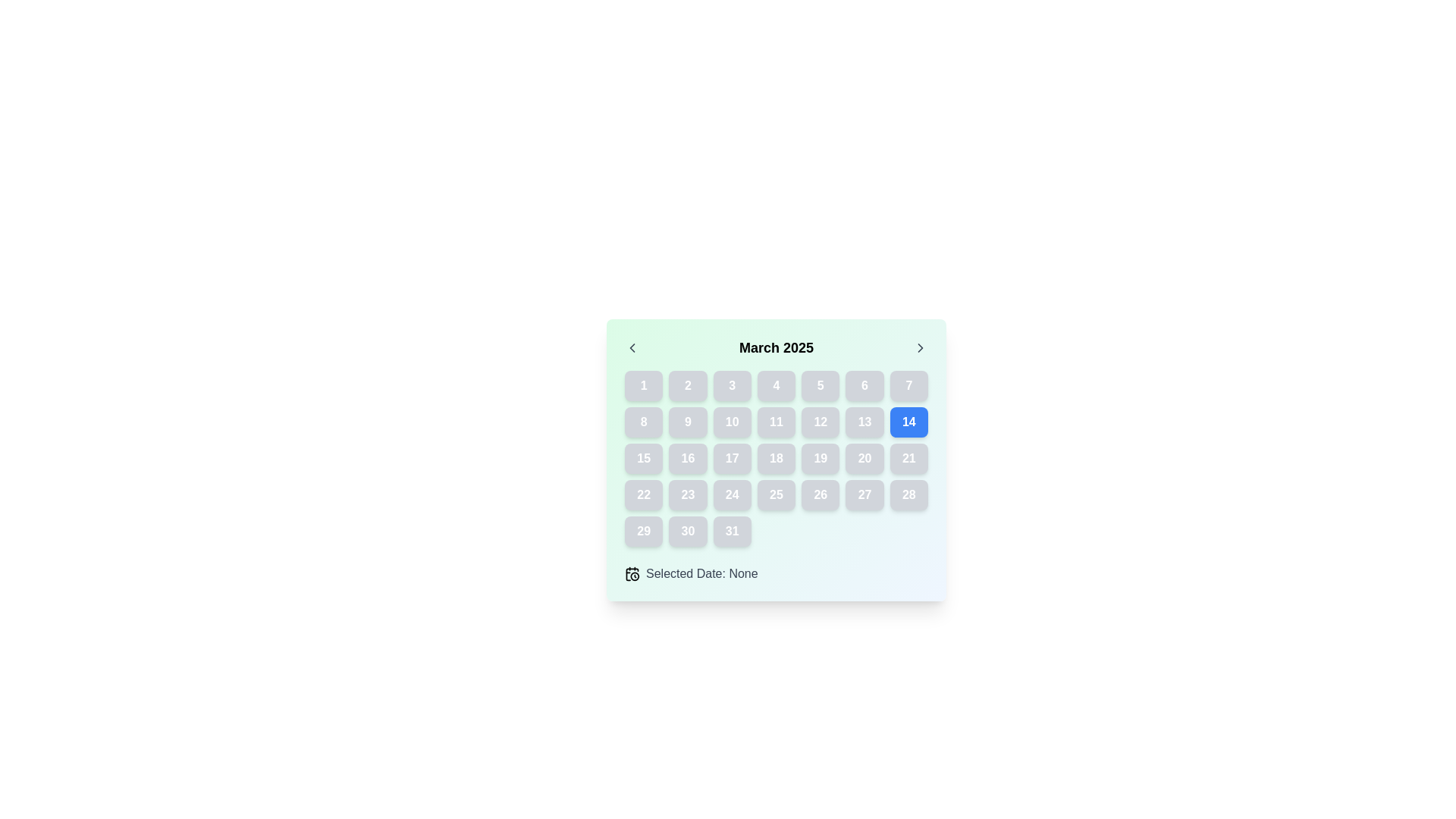 This screenshot has height=819, width=1456. I want to click on the rectangular button displaying the number '1' with a light gray background, so click(644, 385).